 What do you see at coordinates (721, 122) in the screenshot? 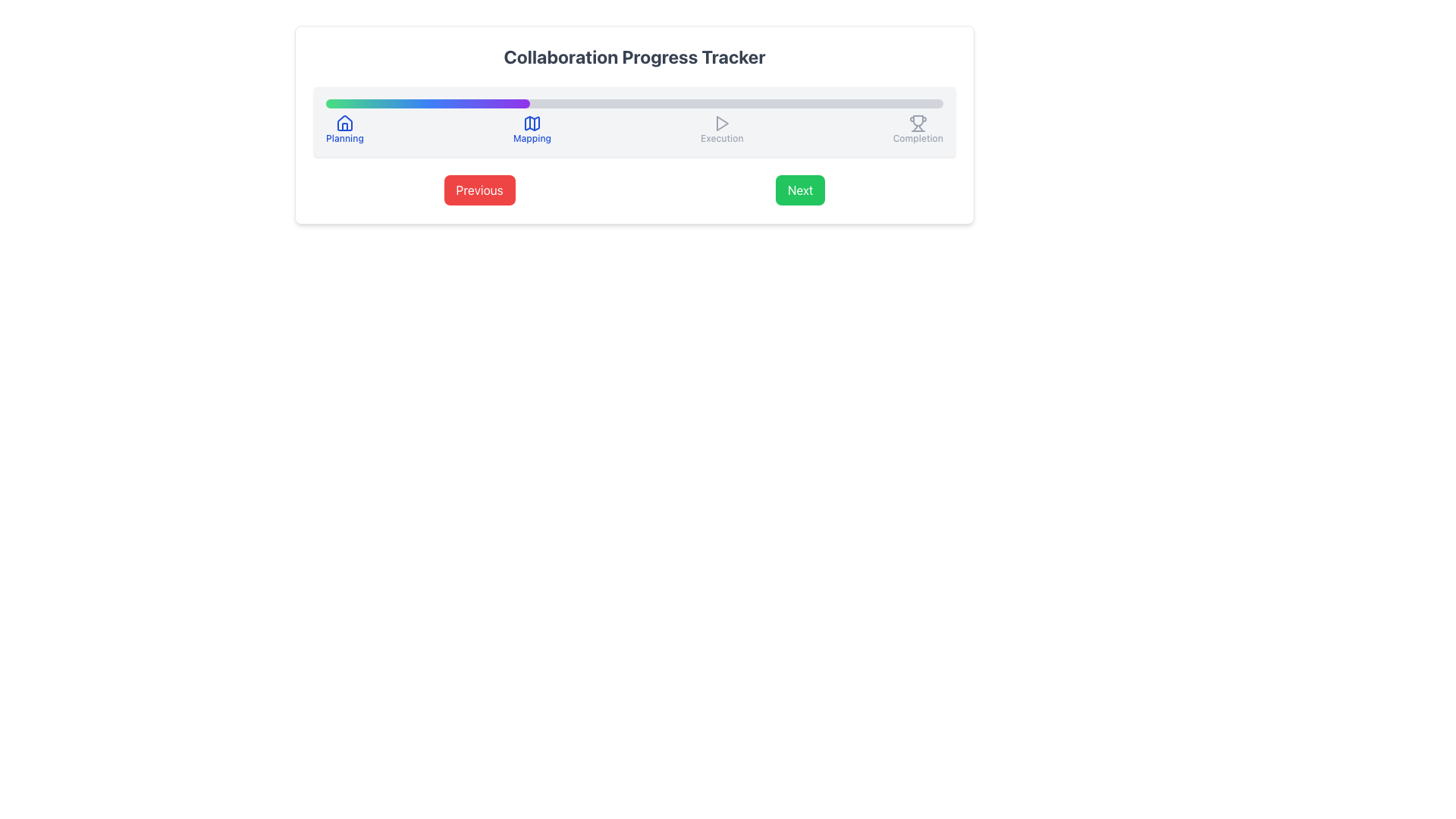
I see `the central icon indicating the 'Execution' step in the progress tracker, which is positioned between the 'Mapping' and 'Completion' steps` at bounding box center [721, 122].